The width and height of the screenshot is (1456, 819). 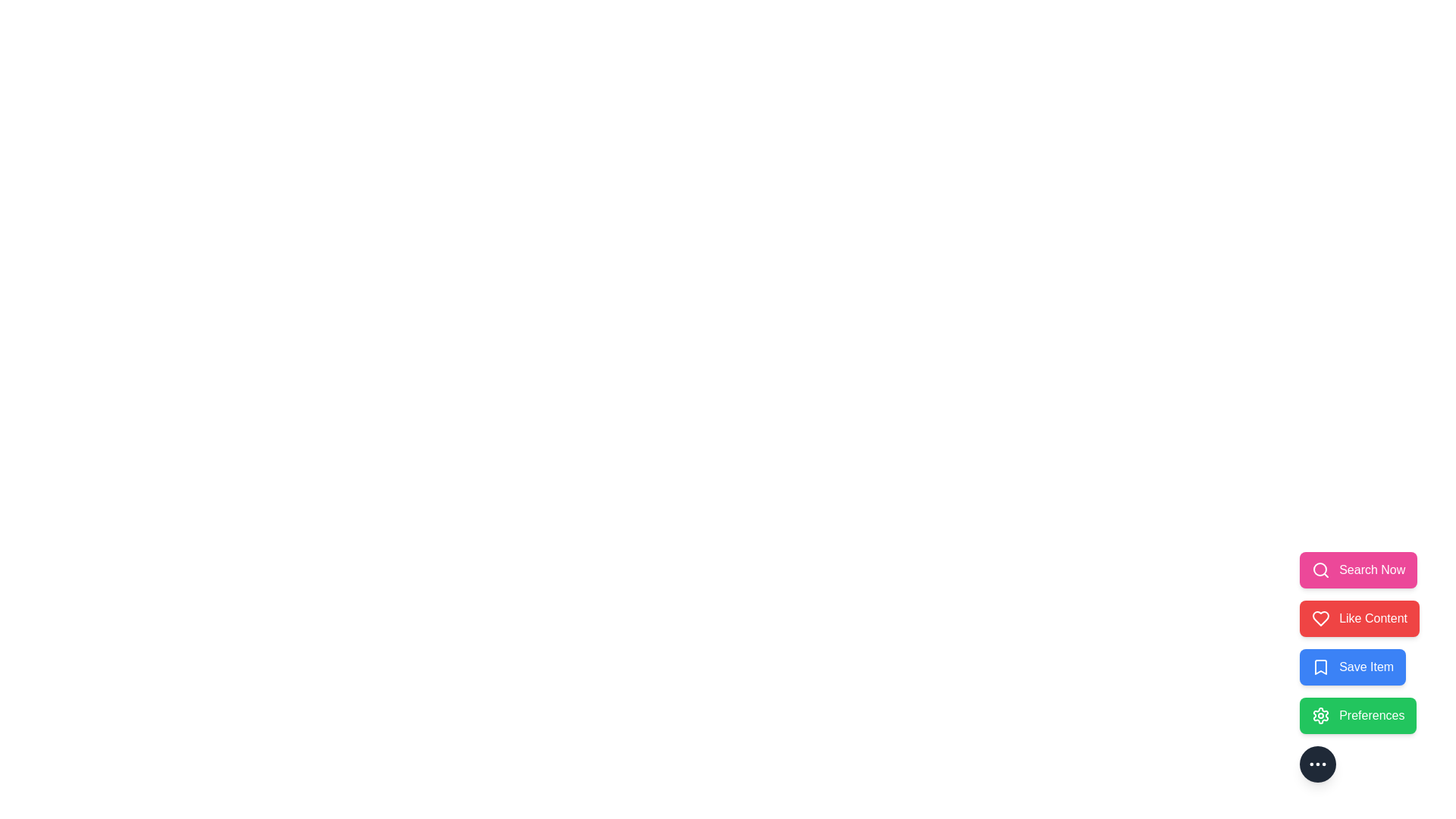 What do you see at coordinates (1360, 619) in the screenshot?
I see `the action Like Content from the menu` at bounding box center [1360, 619].